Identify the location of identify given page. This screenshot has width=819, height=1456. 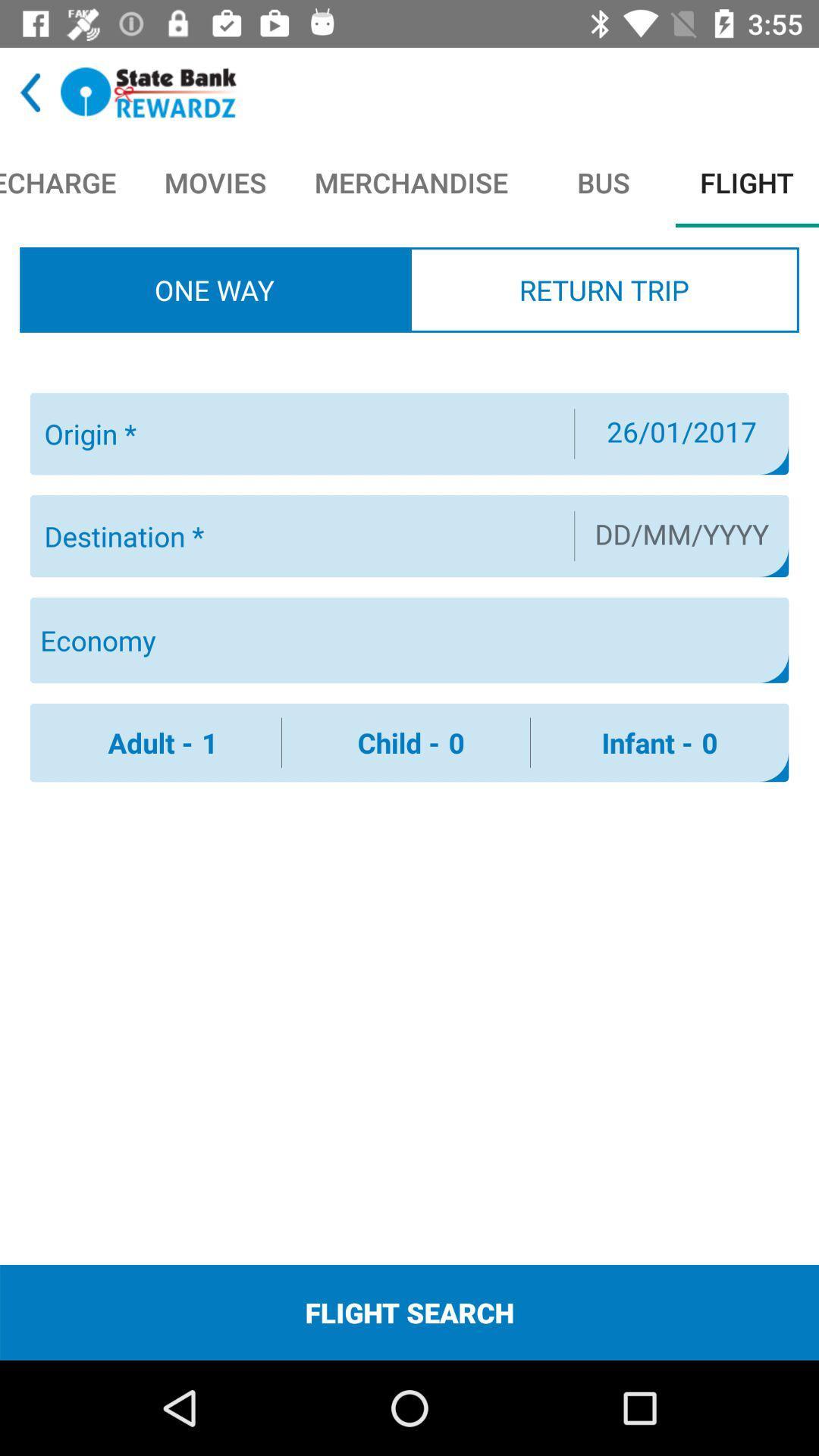
(149, 92).